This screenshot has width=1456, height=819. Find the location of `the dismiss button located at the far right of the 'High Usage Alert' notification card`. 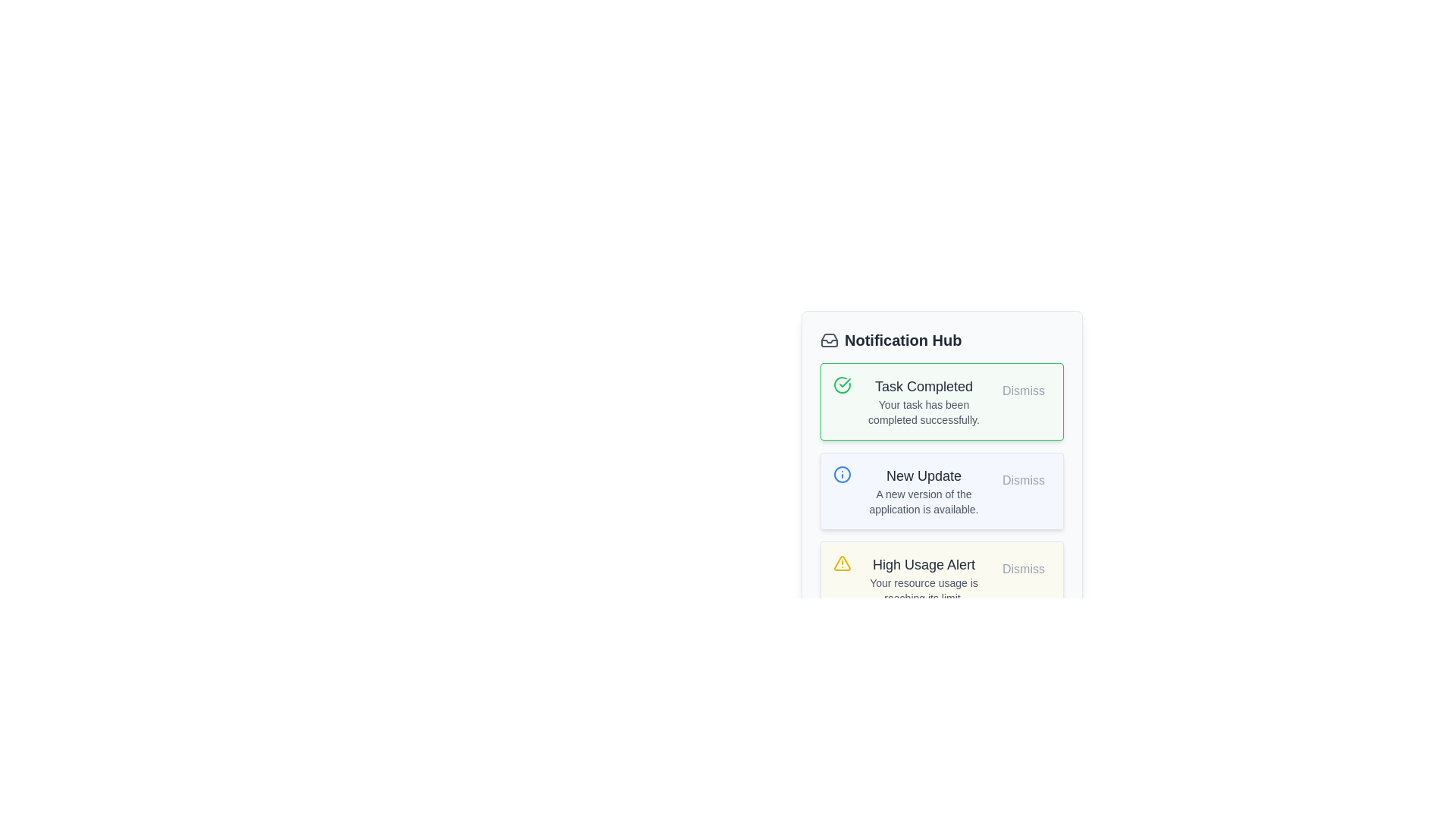

the dismiss button located at the far right of the 'High Usage Alert' notification card is located at coordinates (1023, 570).